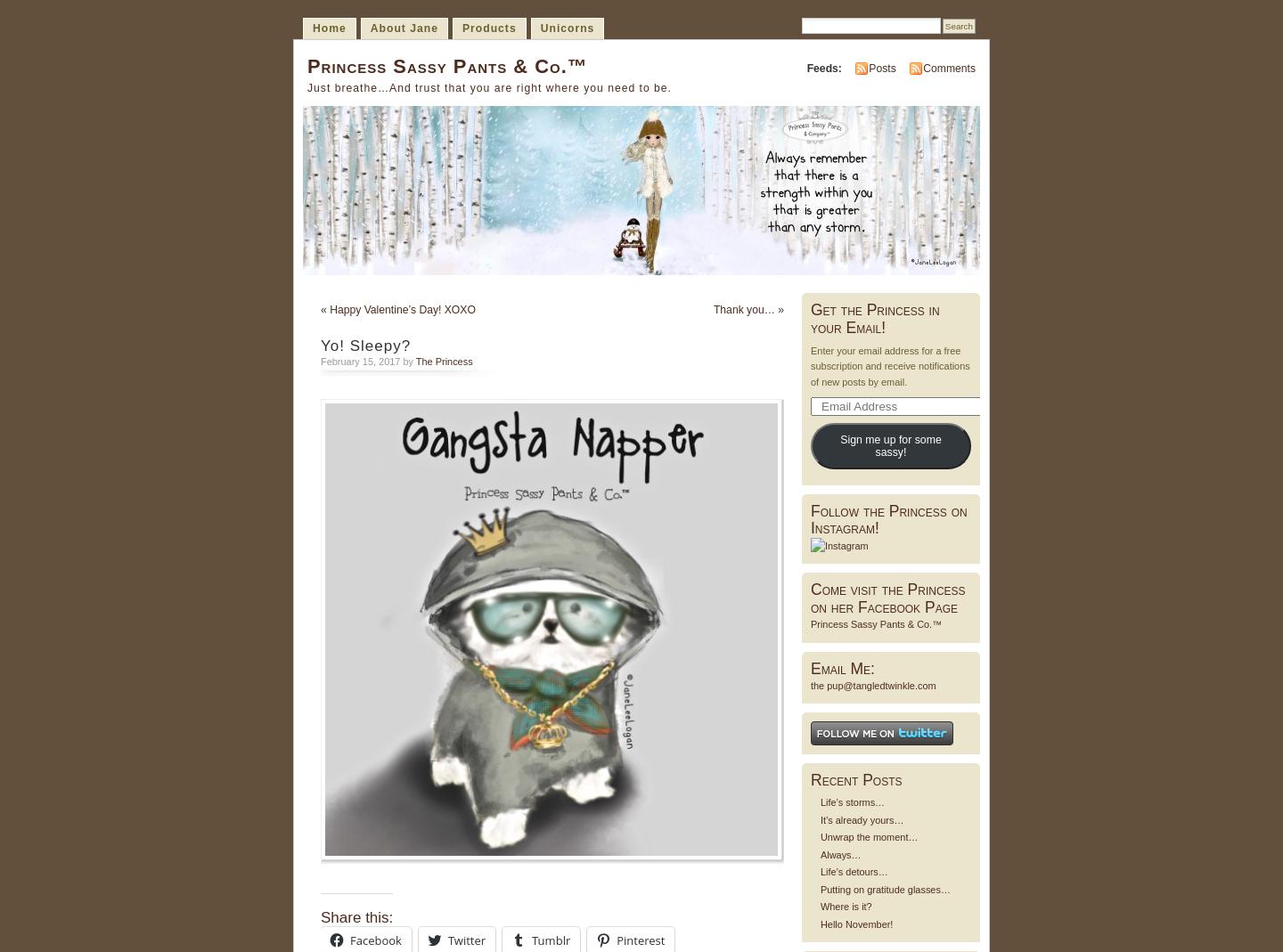  Describe the element at coordinates (872, 685) in the screenshot. I see `'the pup@tangledtwinkle.com'` at that location.